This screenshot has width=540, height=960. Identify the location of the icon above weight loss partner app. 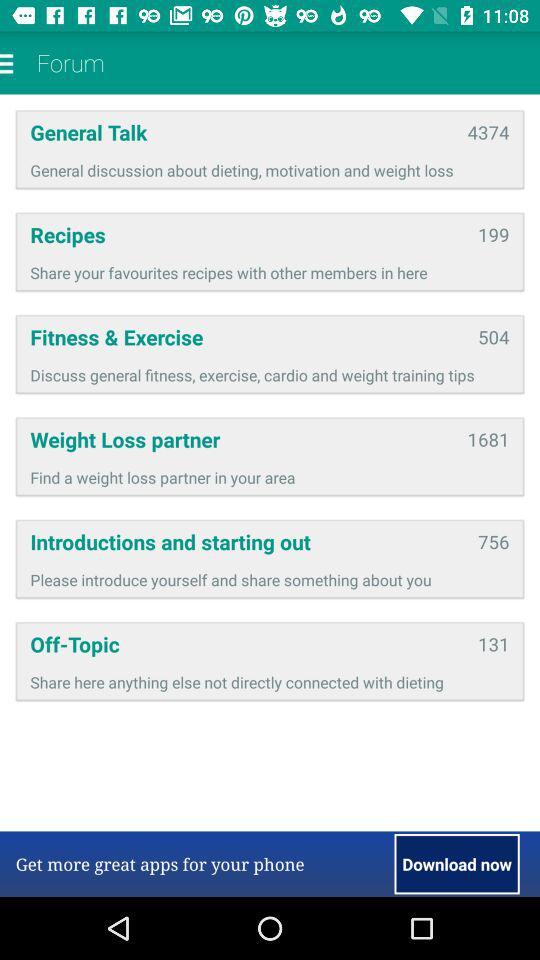
(270, 374).